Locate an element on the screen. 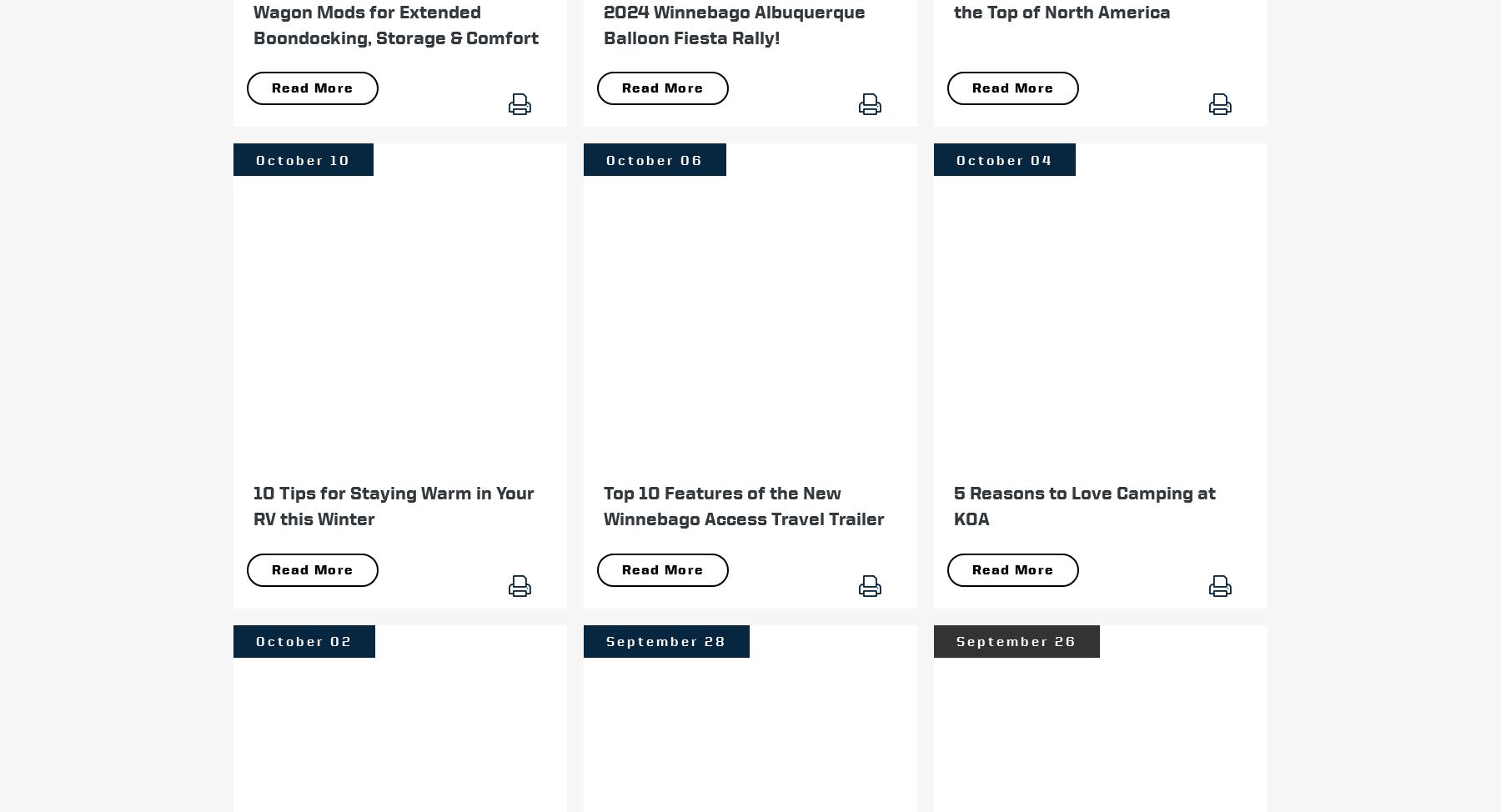  'Top 10 Features of the New Winnebago Access Travel Trailer' is located at coordinates (744, 504).